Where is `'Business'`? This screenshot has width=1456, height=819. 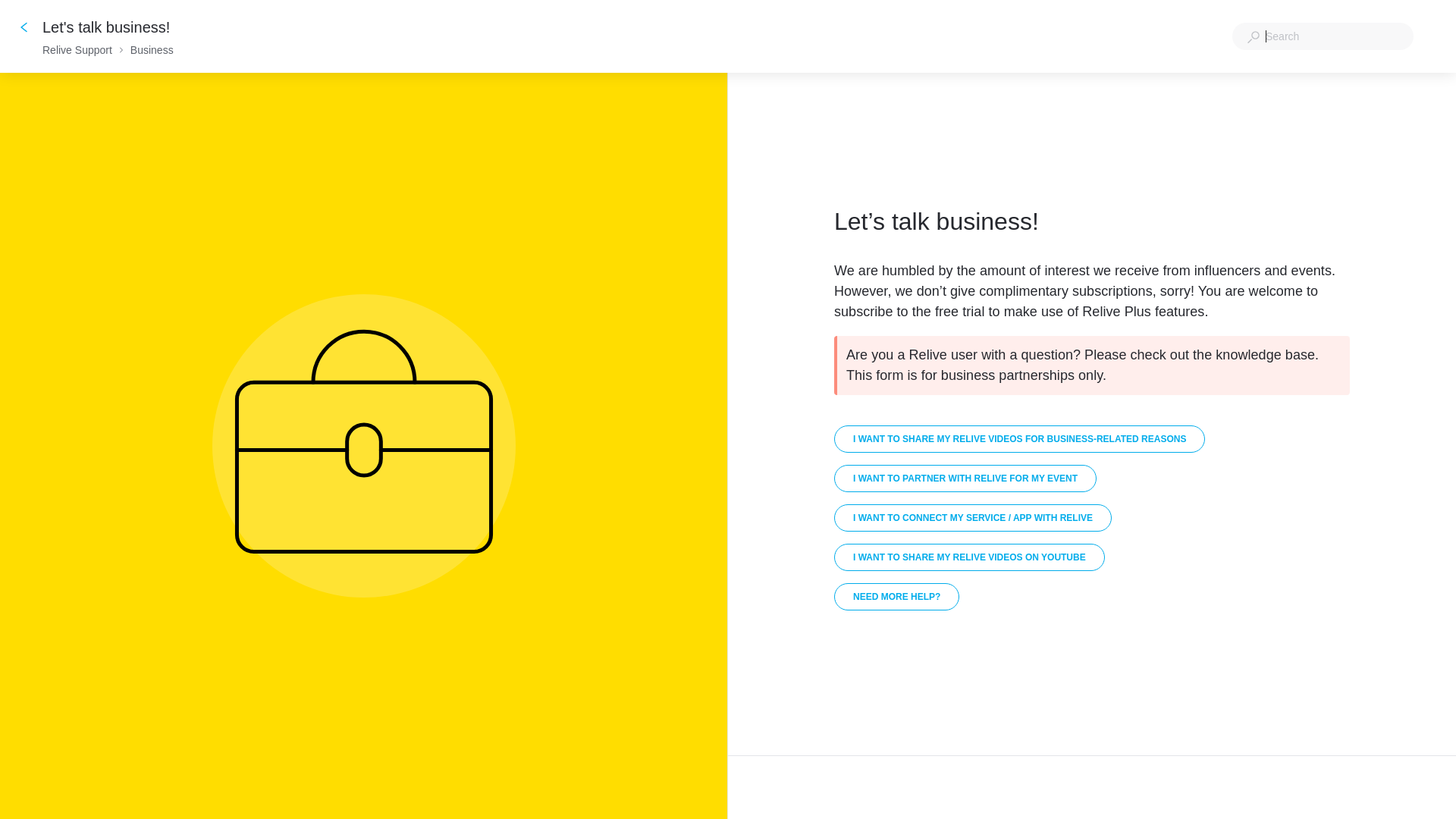 'Business' is located at coordinates (152, 49).